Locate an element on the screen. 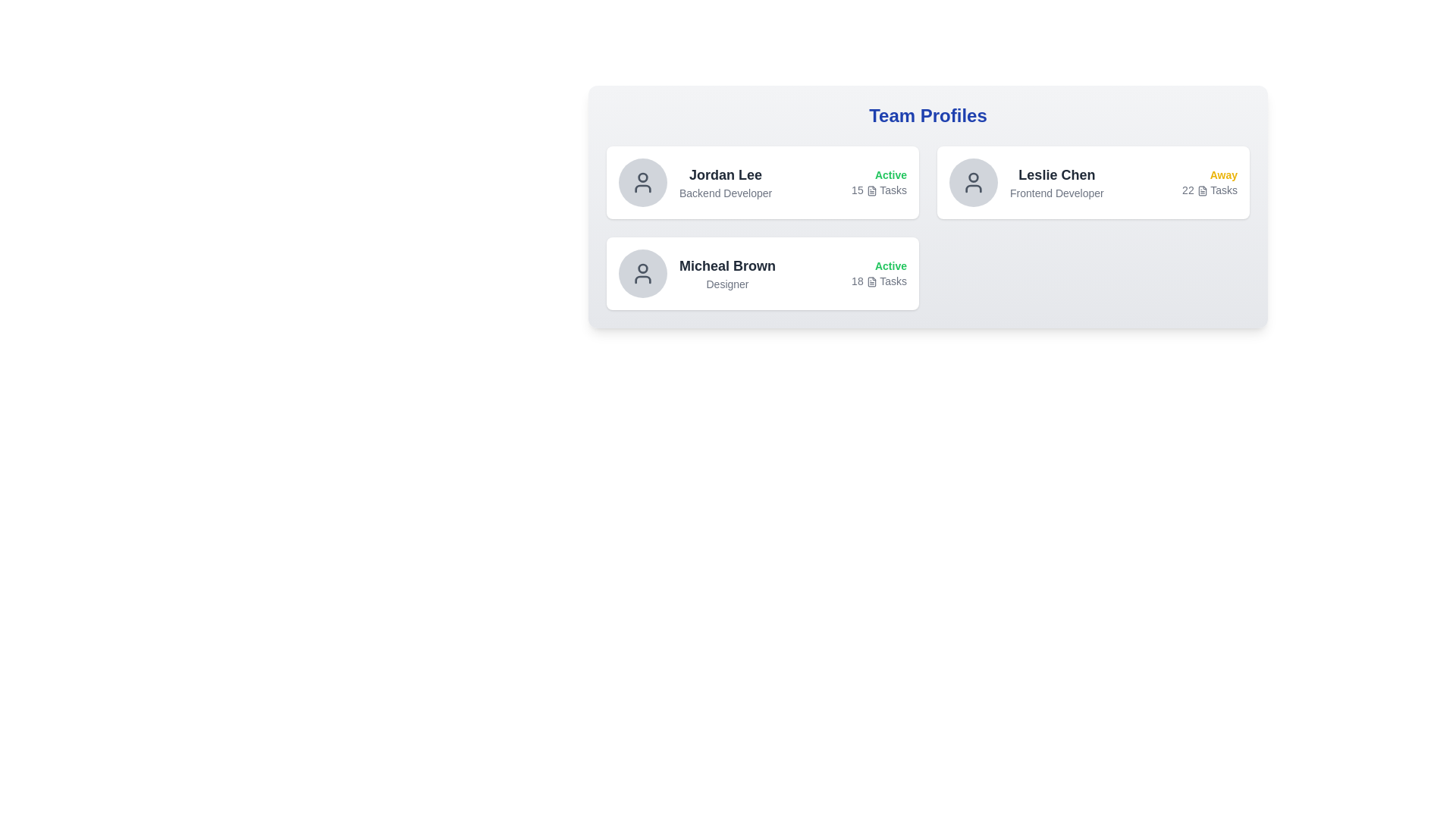  the Text Display element showing 'Jordan Lee' and 'Backend Developer' in the top-left square of the user profiles grid is located at coordinates (725, 181).